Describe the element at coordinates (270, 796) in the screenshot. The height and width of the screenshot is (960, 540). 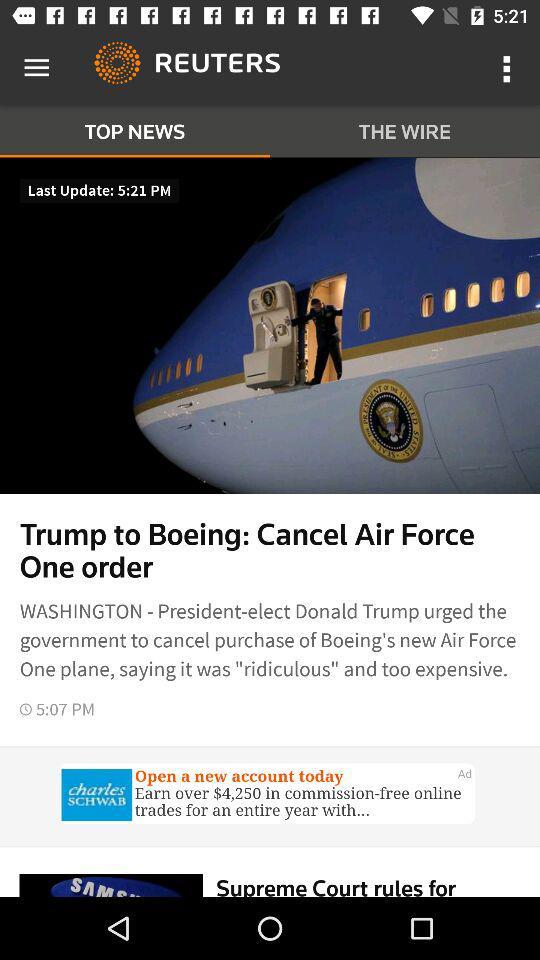
I see `advertisements website` at that location.